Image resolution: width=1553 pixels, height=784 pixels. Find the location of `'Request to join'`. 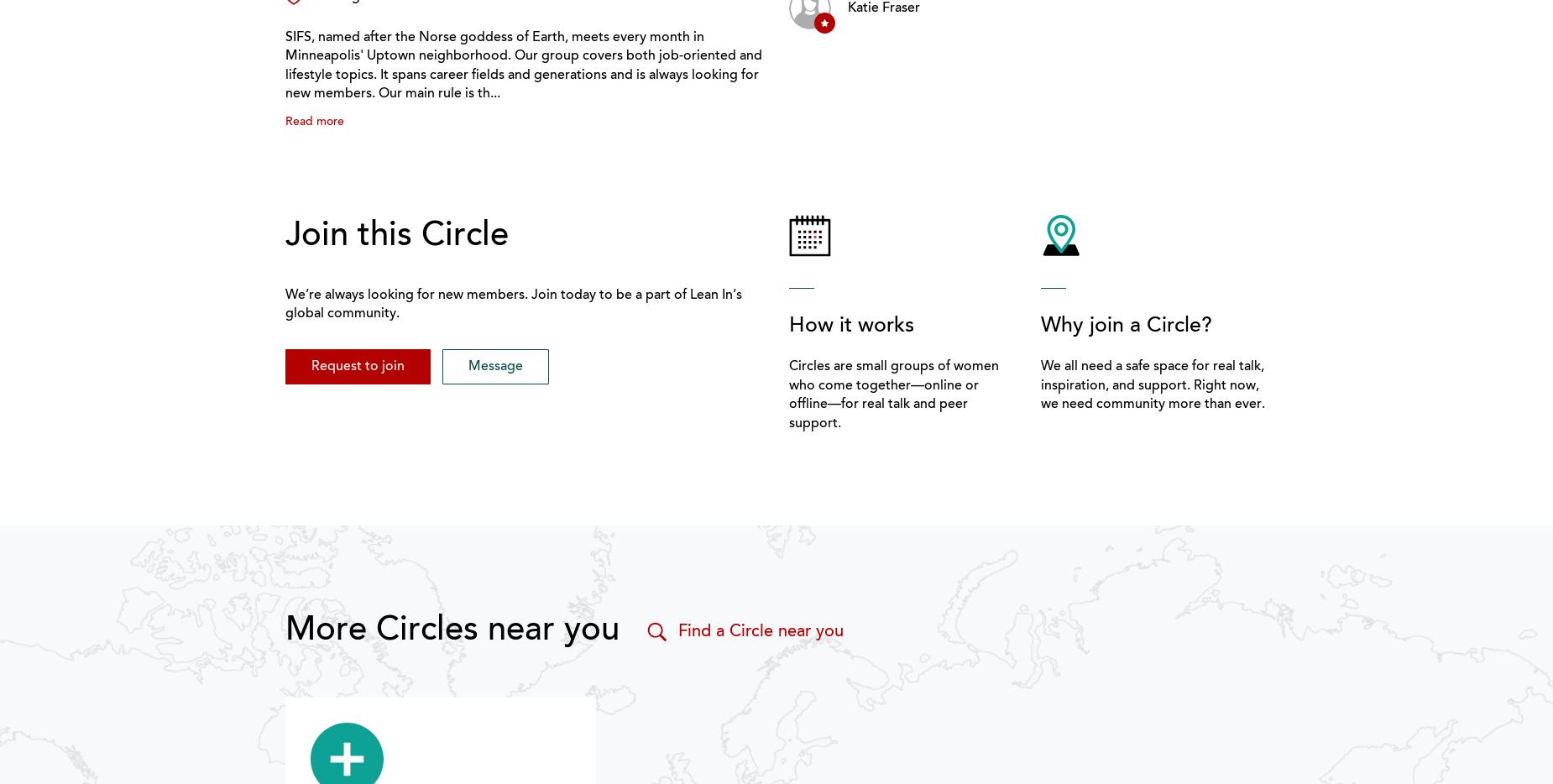

'Request to join' is located at coordinates (357, 365).